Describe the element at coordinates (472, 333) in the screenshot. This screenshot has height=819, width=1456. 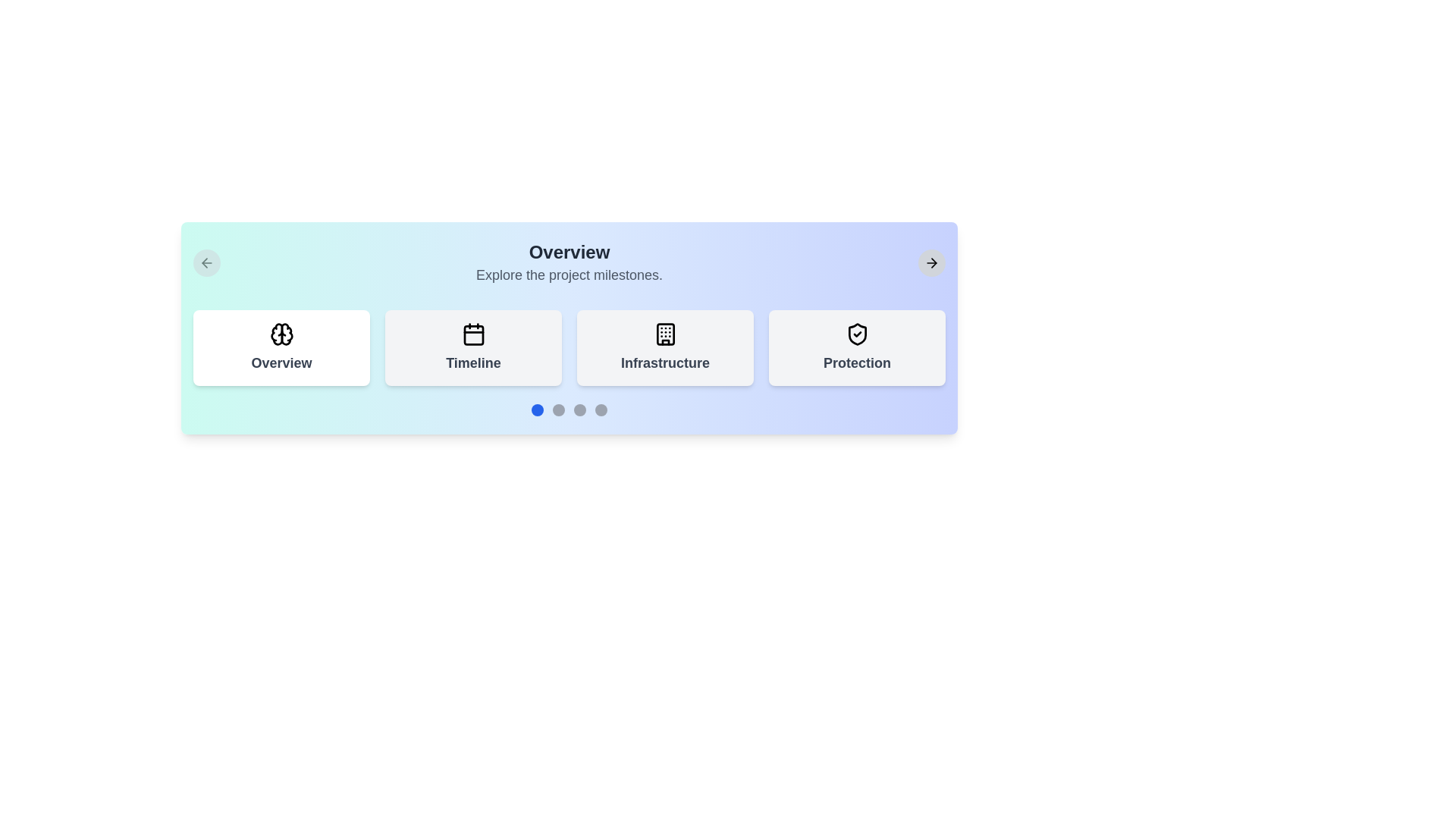
I see `the calendar icon located at the top of the 'Timeline' card, which features a modern design with a rounded rectangular base and vertical lines` at that location.